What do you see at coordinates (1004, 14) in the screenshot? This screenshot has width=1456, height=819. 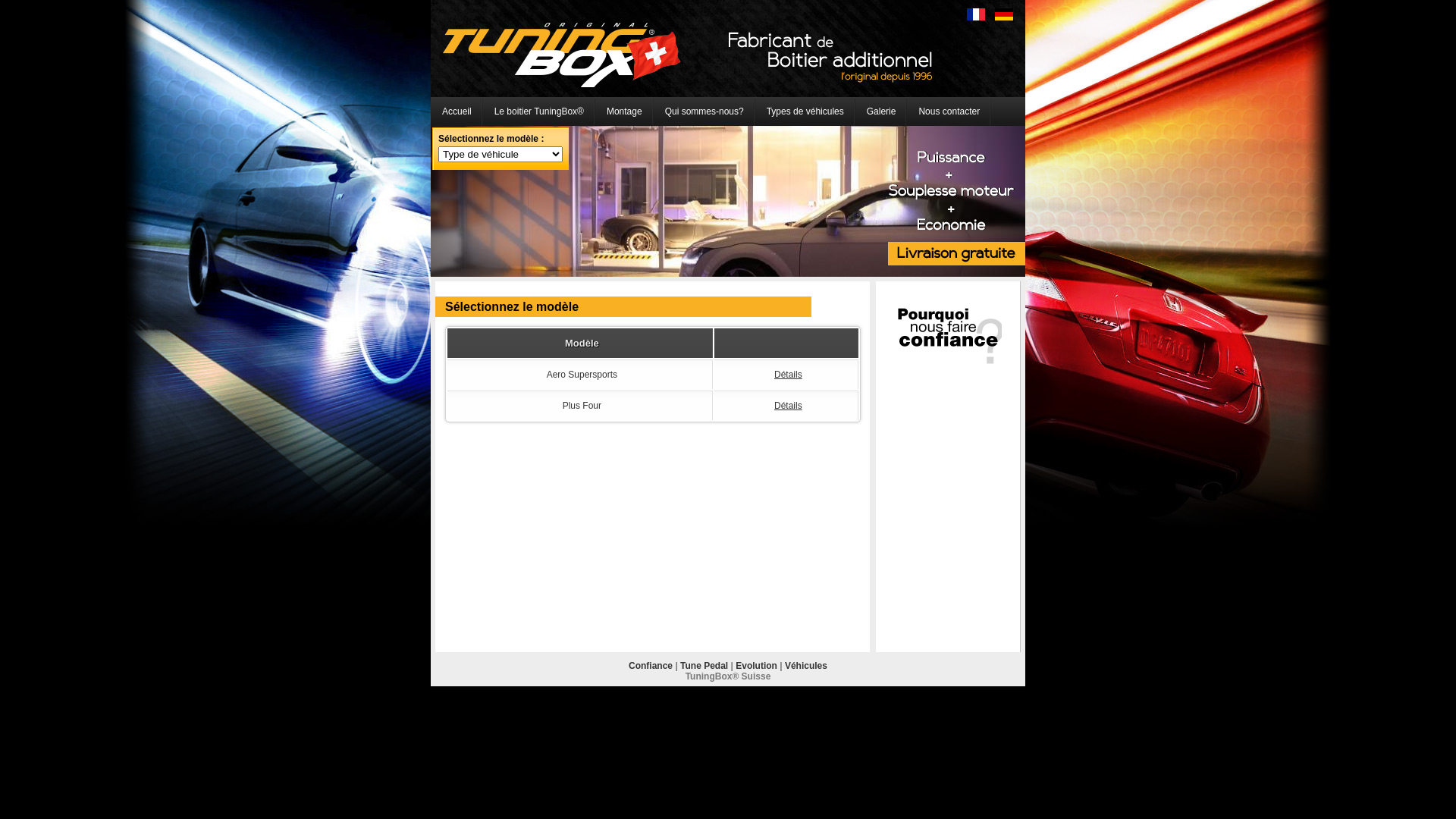 I see `'Deutsch'` at bounding box center [1004, 14].